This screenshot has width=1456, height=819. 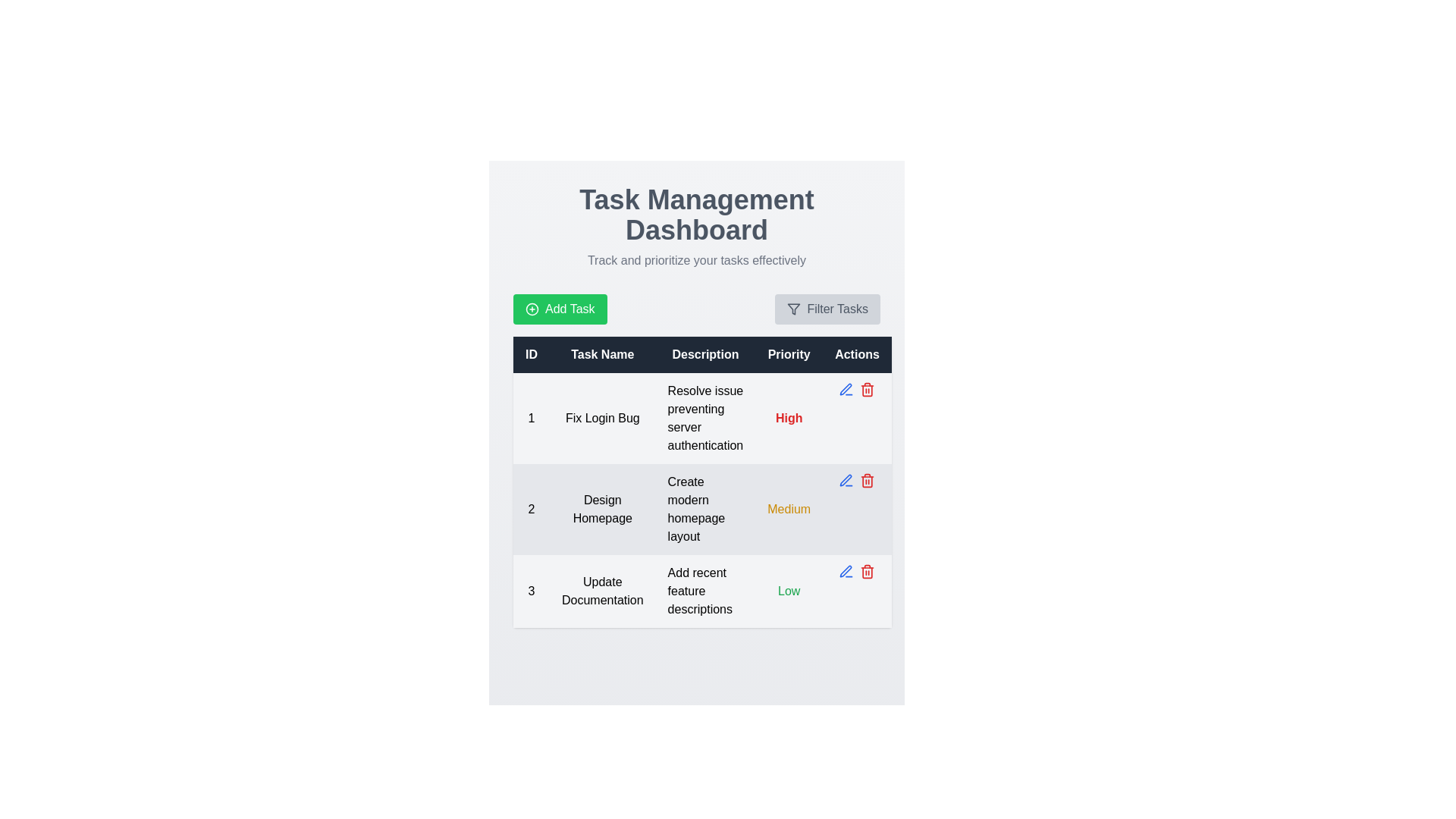 What do you see at coordinates (532, 309) in the screenshot?
I see `the appearance of the Icon indicating the addition action within the 'Add Task' button, located adjacent to the label 'Task Management Dashboard'` at bounding box center [532, 309].